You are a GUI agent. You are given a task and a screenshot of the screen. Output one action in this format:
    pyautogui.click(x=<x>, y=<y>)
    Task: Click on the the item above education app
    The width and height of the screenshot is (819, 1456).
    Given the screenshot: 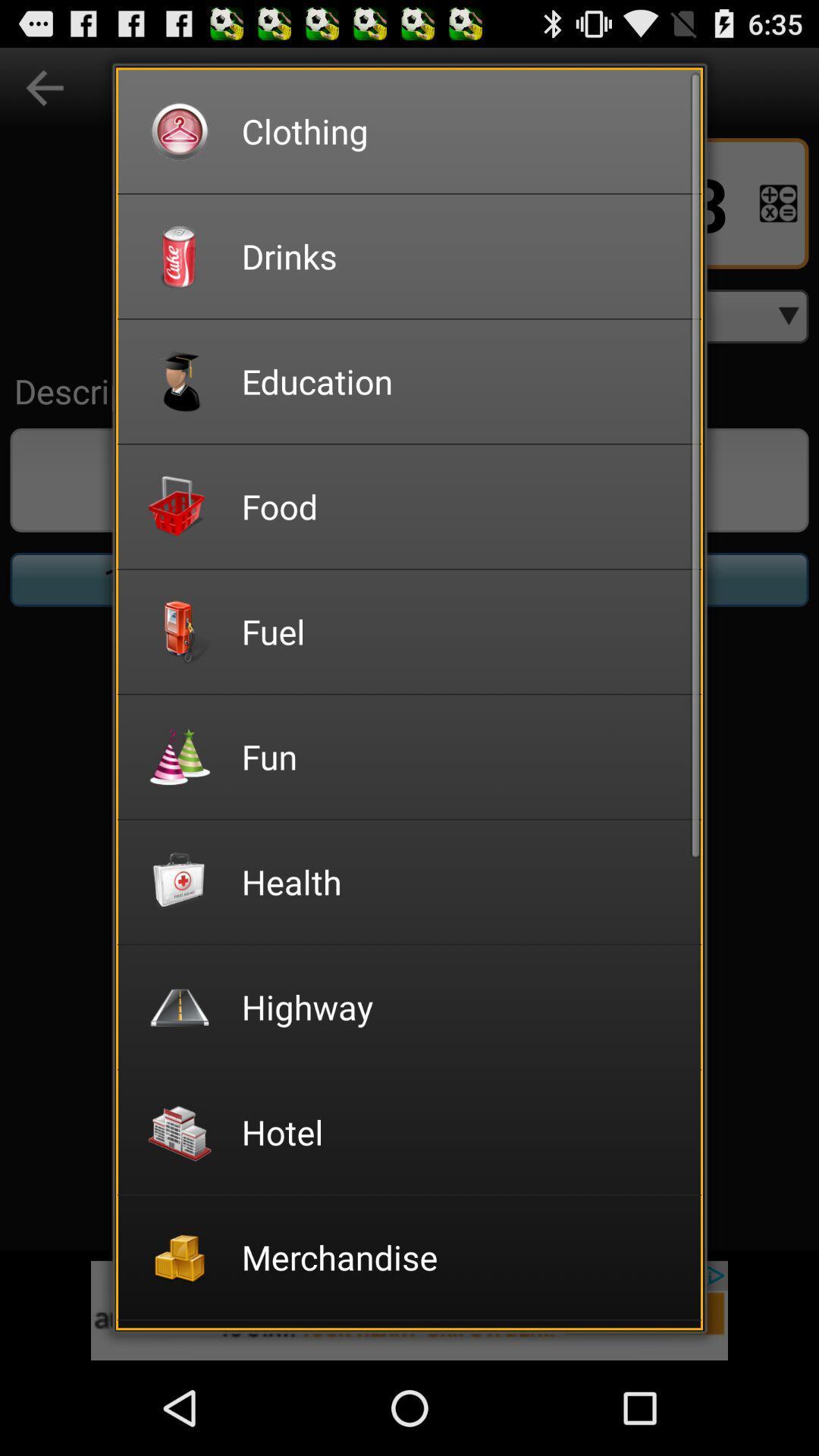 What is the action you would take?
    pyautogui.click(x=460, y=256)
    